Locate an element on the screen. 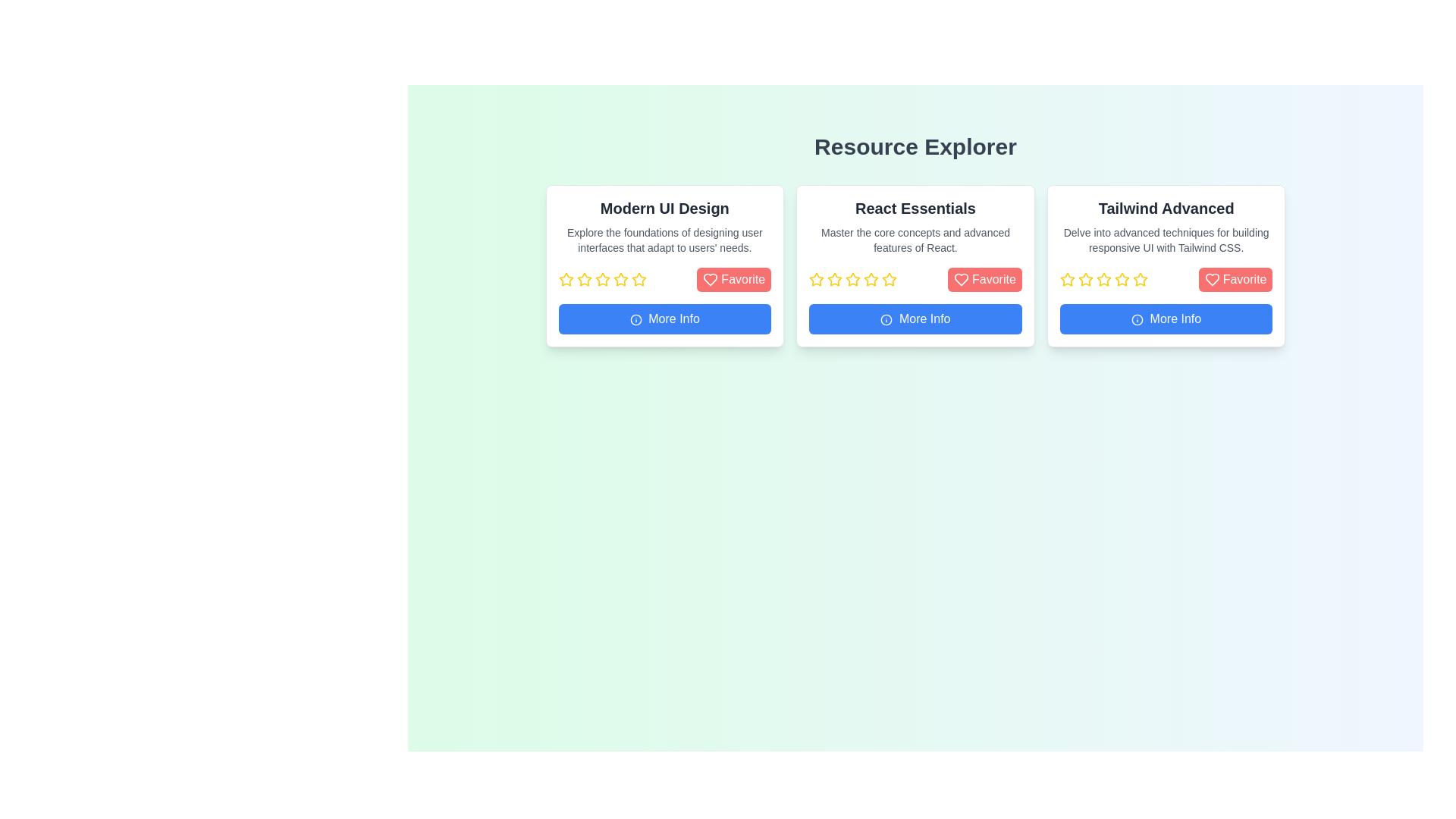  the second star icon in the rating component for the 'React Essentials' card in the 'Resource Explorer' section is located at coordinates (834, 279).